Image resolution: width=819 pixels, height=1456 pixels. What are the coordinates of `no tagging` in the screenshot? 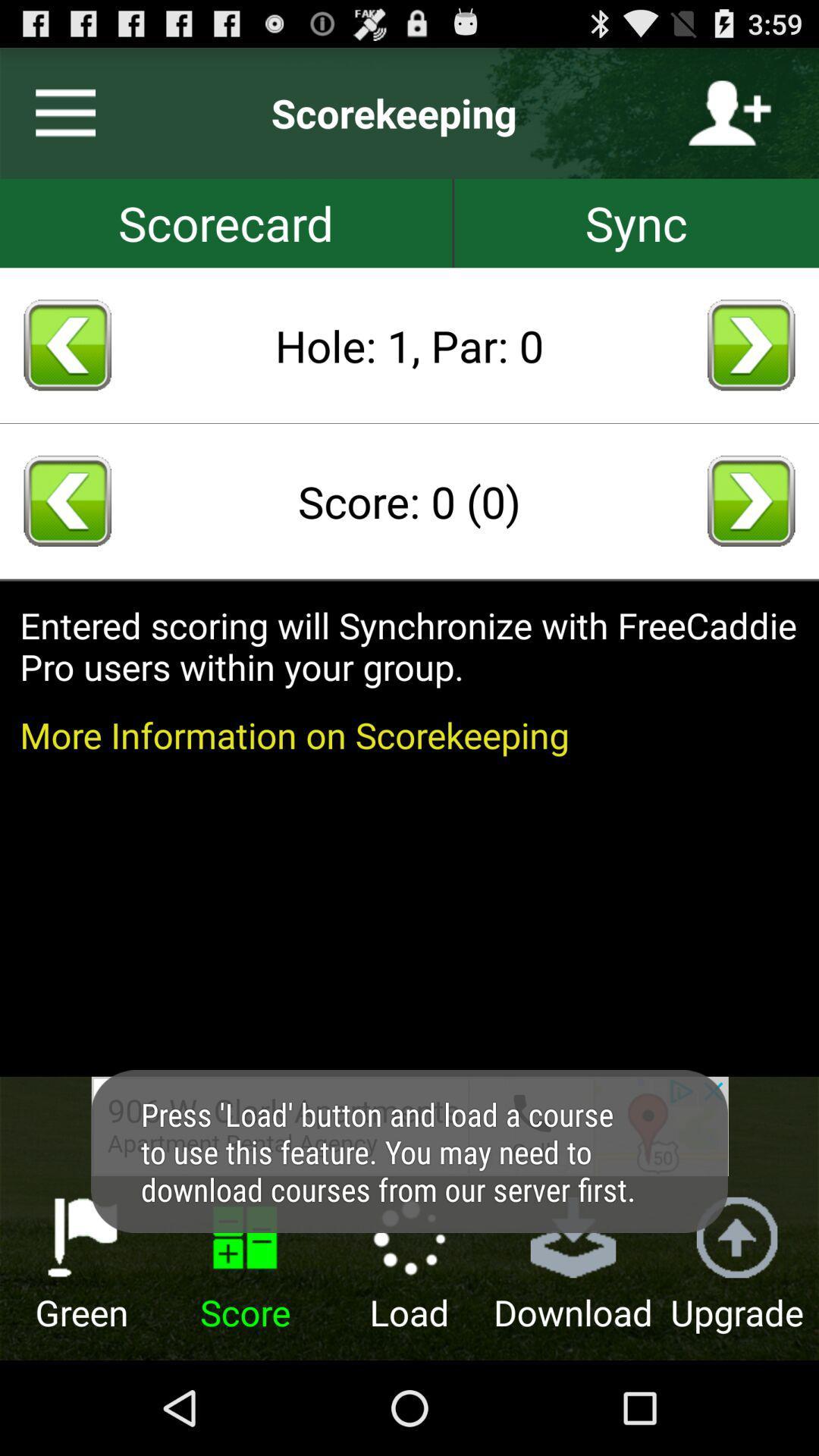 It's located at (225, 222).